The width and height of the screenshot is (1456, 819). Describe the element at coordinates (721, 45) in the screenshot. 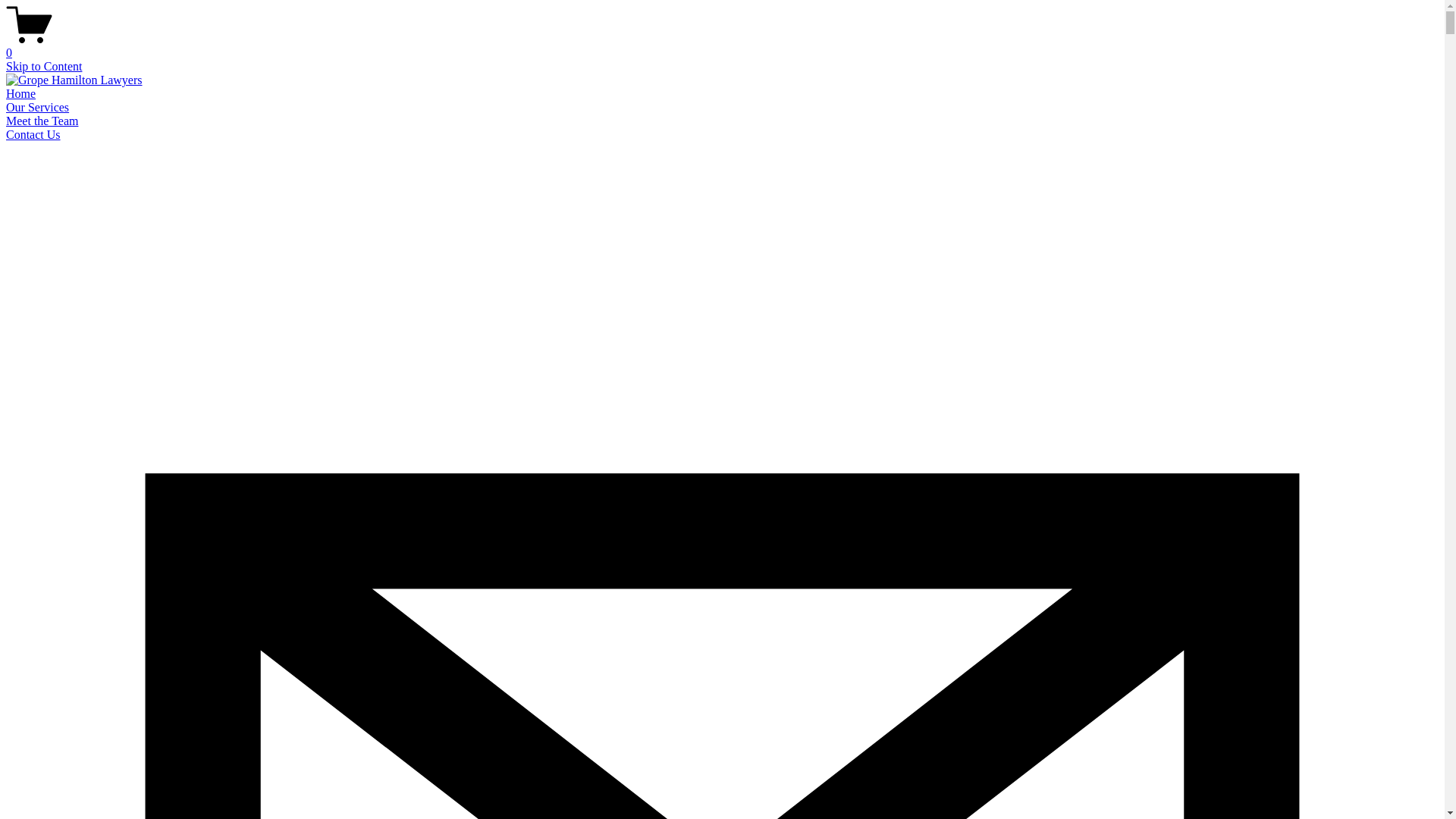

I see `'0'` at that location.